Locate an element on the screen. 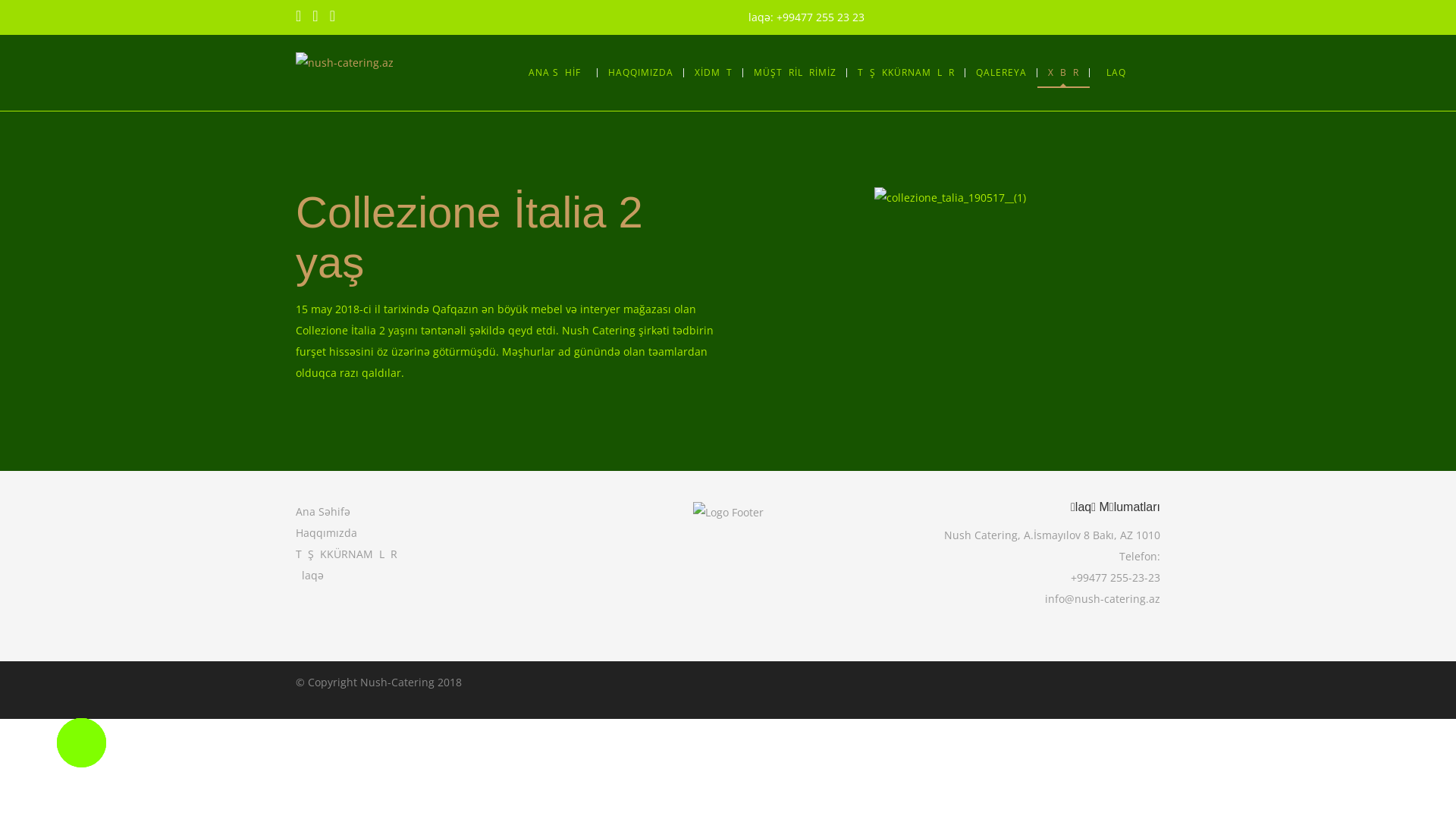 The height and width of the screenshot is (819, 1456). 'QALEREYA' is located at coordinates (1000, 73).